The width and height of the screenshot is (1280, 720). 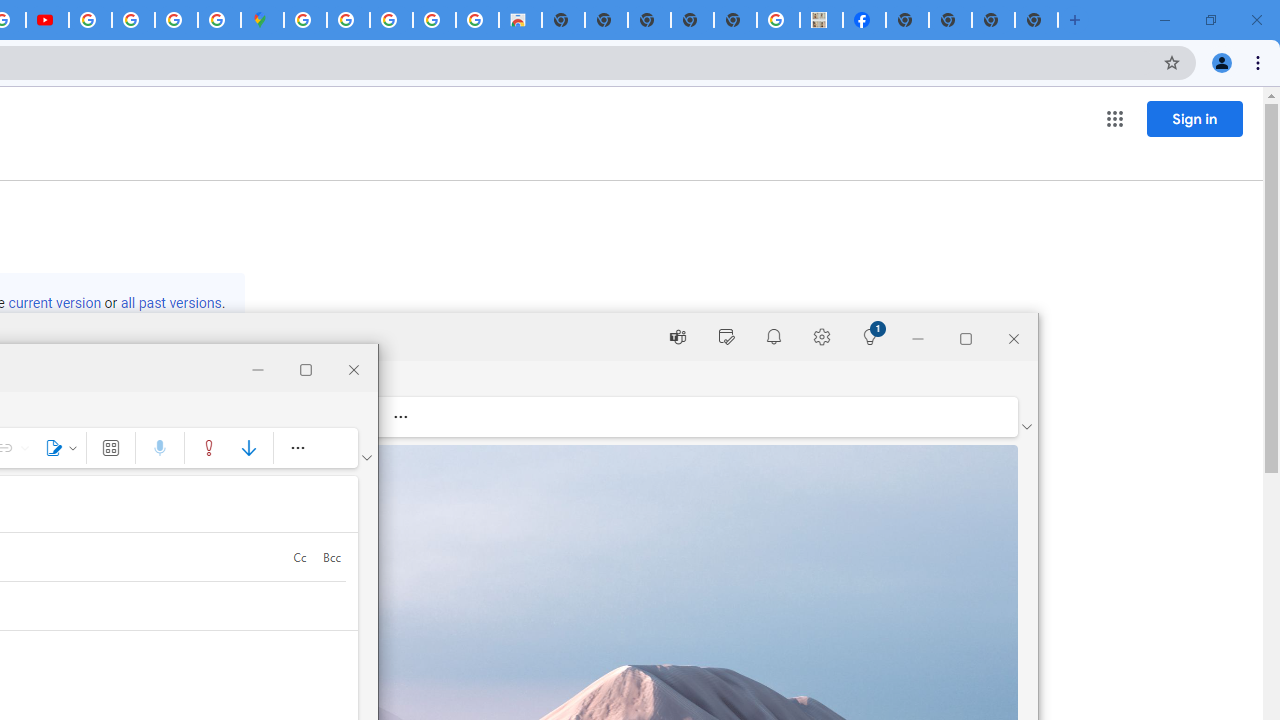 What do you see at coordinates (160, 446) in the screenshot?
I see `'Dictate'` at bounding box center [160, 446].